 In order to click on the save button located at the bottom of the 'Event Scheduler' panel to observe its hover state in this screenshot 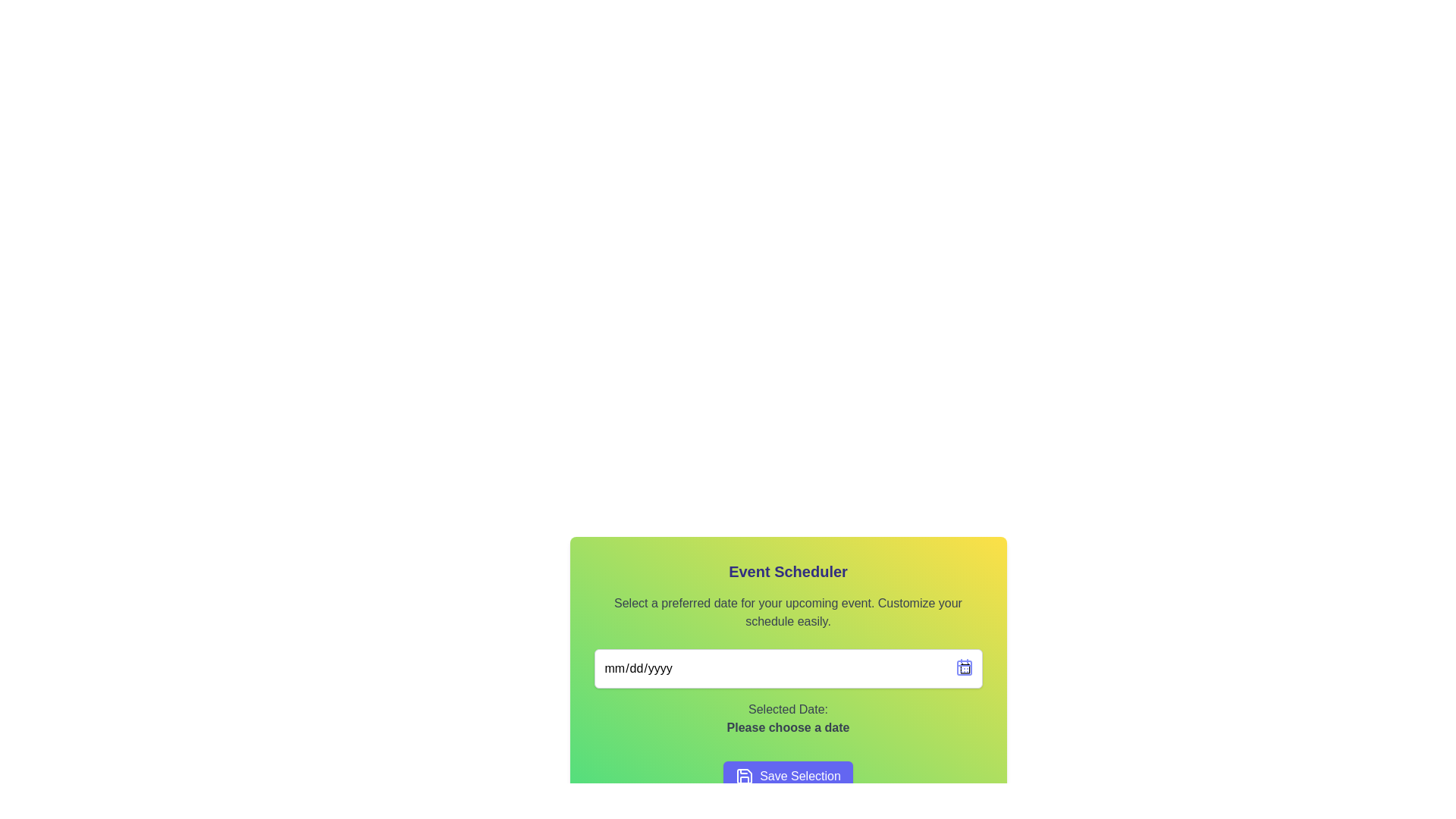, I will do `click(788, 776)`.